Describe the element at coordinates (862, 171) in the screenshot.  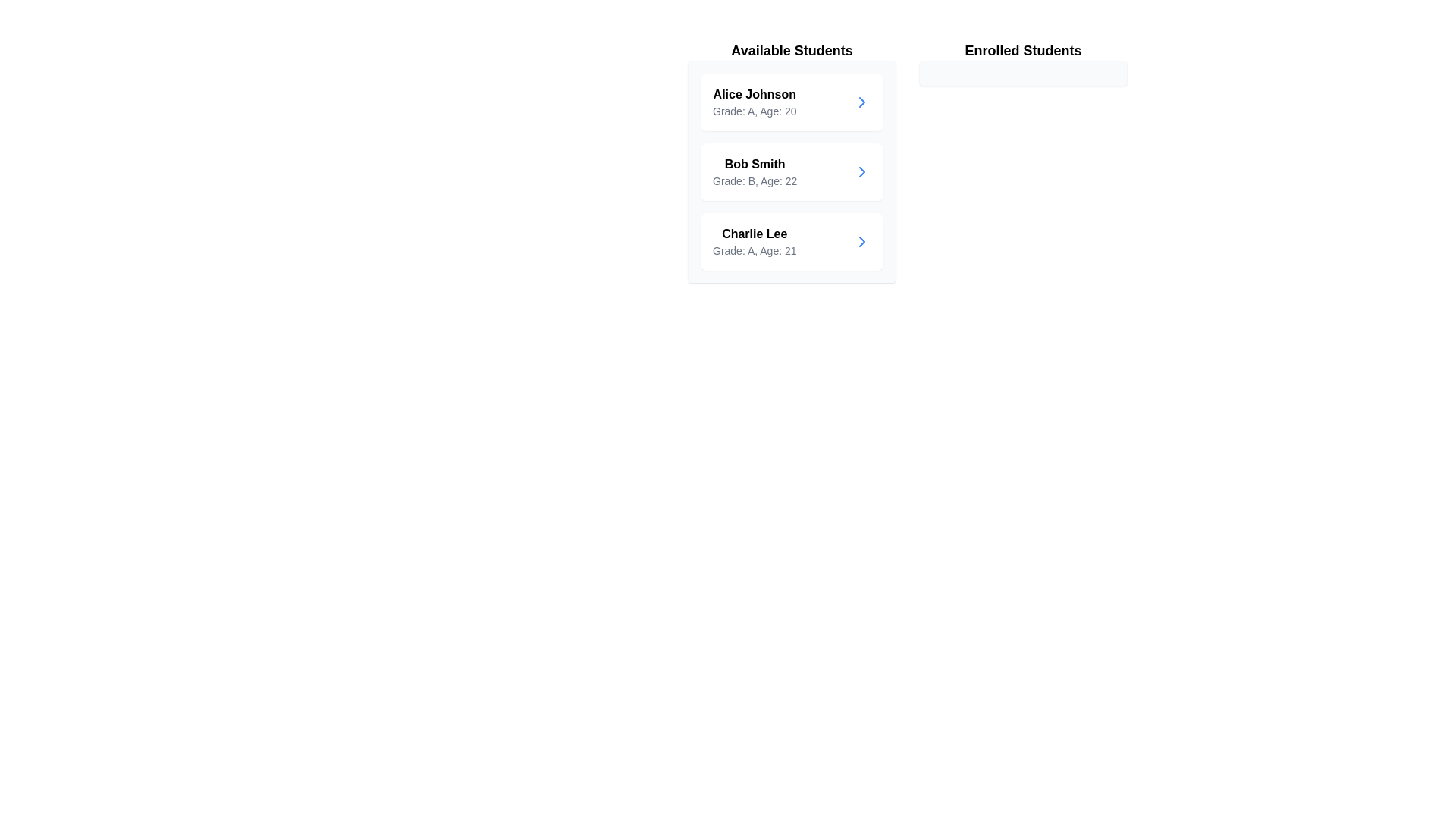
I see `transfer button for the student Bob Smith to move them to the enrolled list` at that location.